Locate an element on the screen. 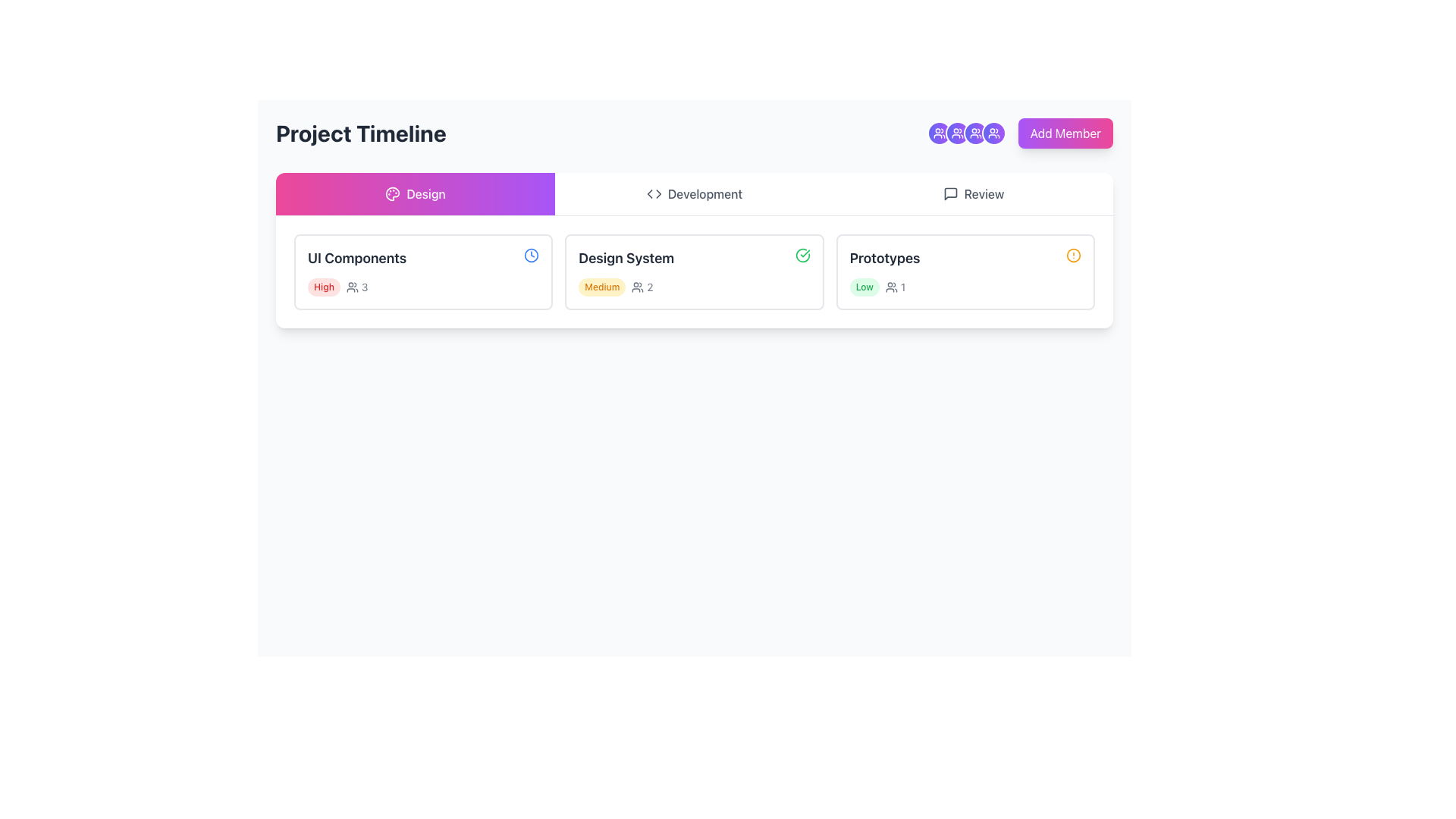  the small clock icon, which is a thin circular shape with a hollow center and a thicker ring, located in the 'Design' section within the 'UI Components' card is located at coordinates (532, 254).